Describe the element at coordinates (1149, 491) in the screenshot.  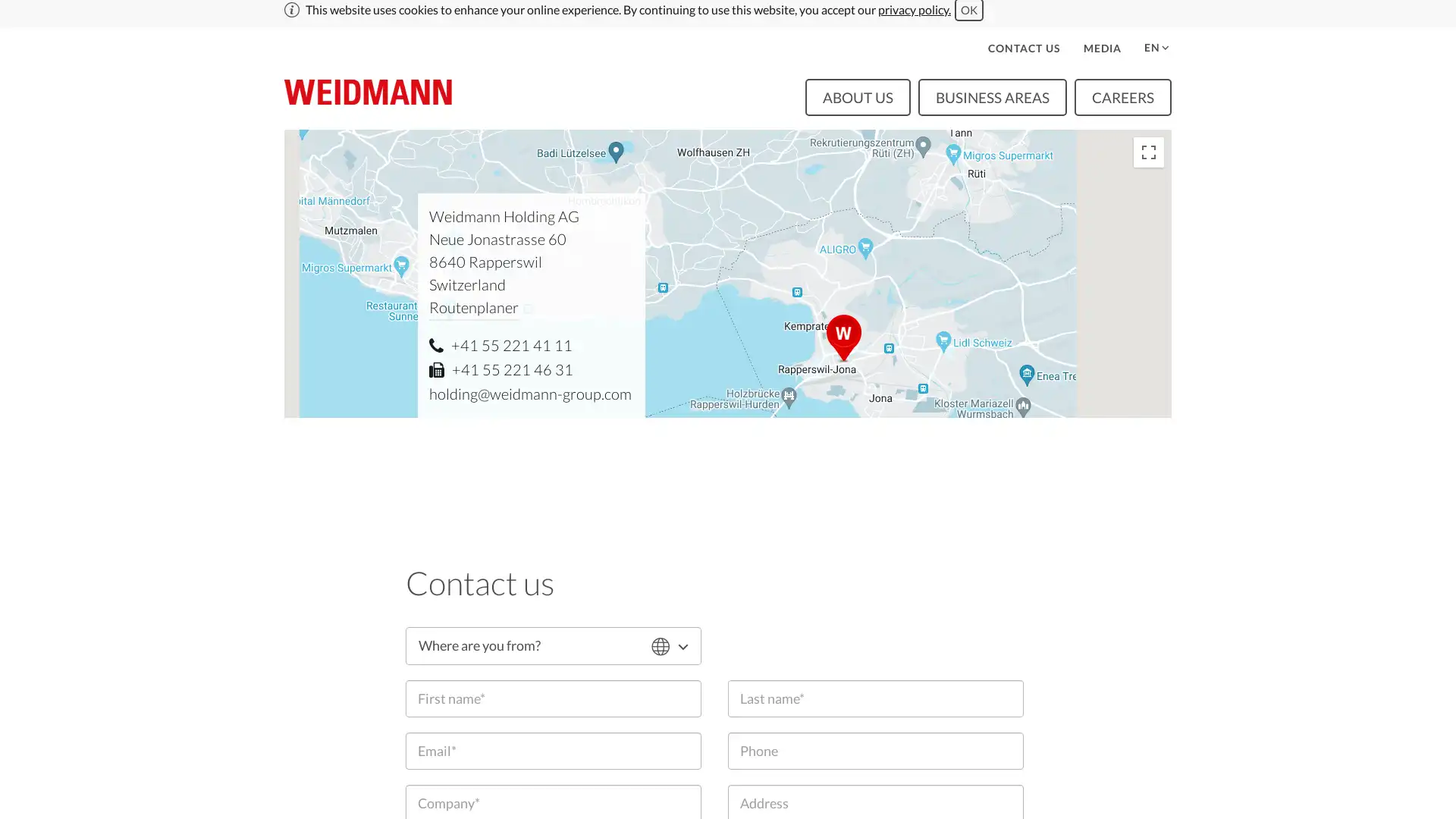
I see `Zoom in` at that location.